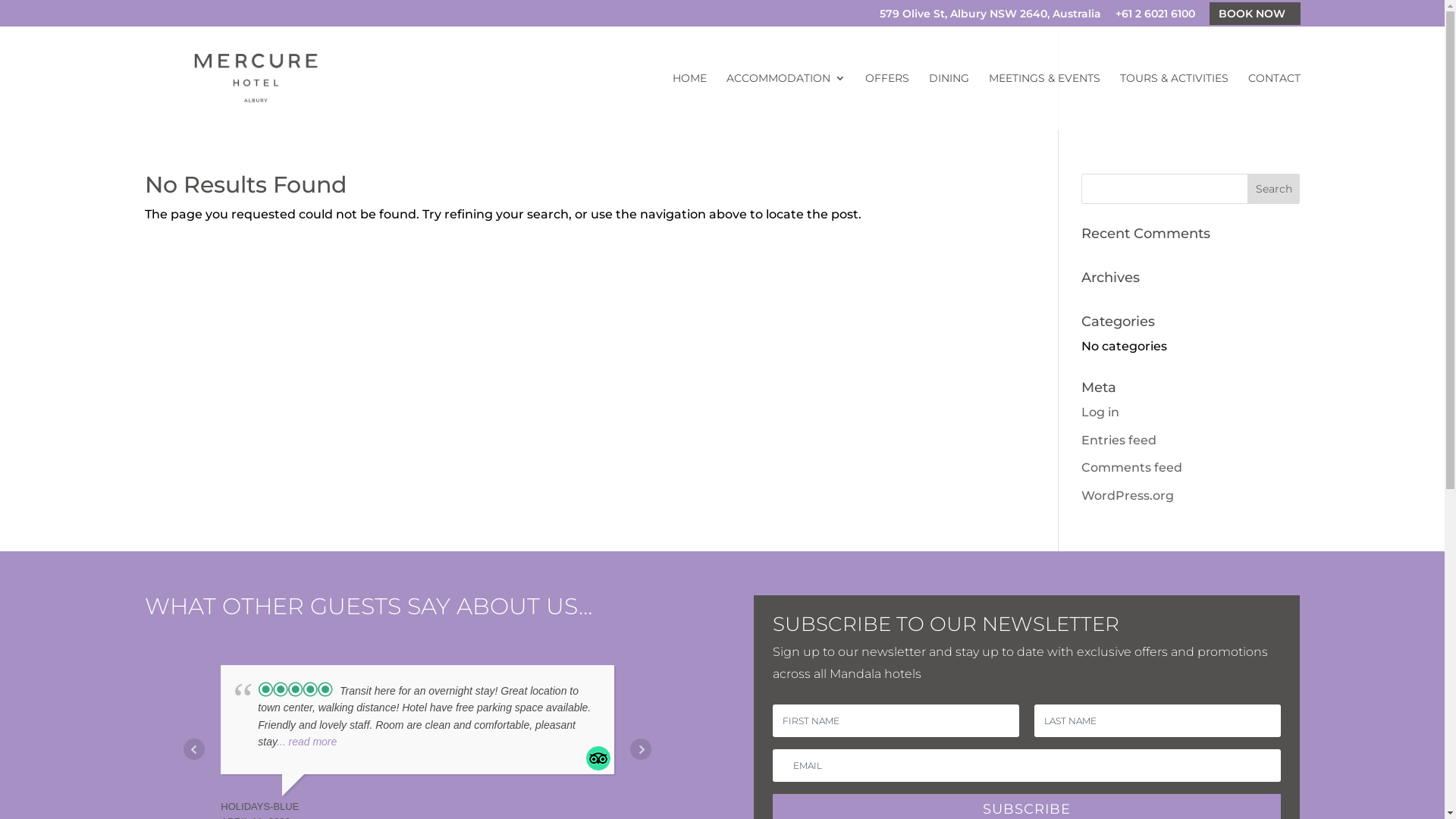 This screenshot has height=819, width=1456. Describe the element at coordinates (1274, 101) in the screenshot. I see `'CONTACT'` at that location.